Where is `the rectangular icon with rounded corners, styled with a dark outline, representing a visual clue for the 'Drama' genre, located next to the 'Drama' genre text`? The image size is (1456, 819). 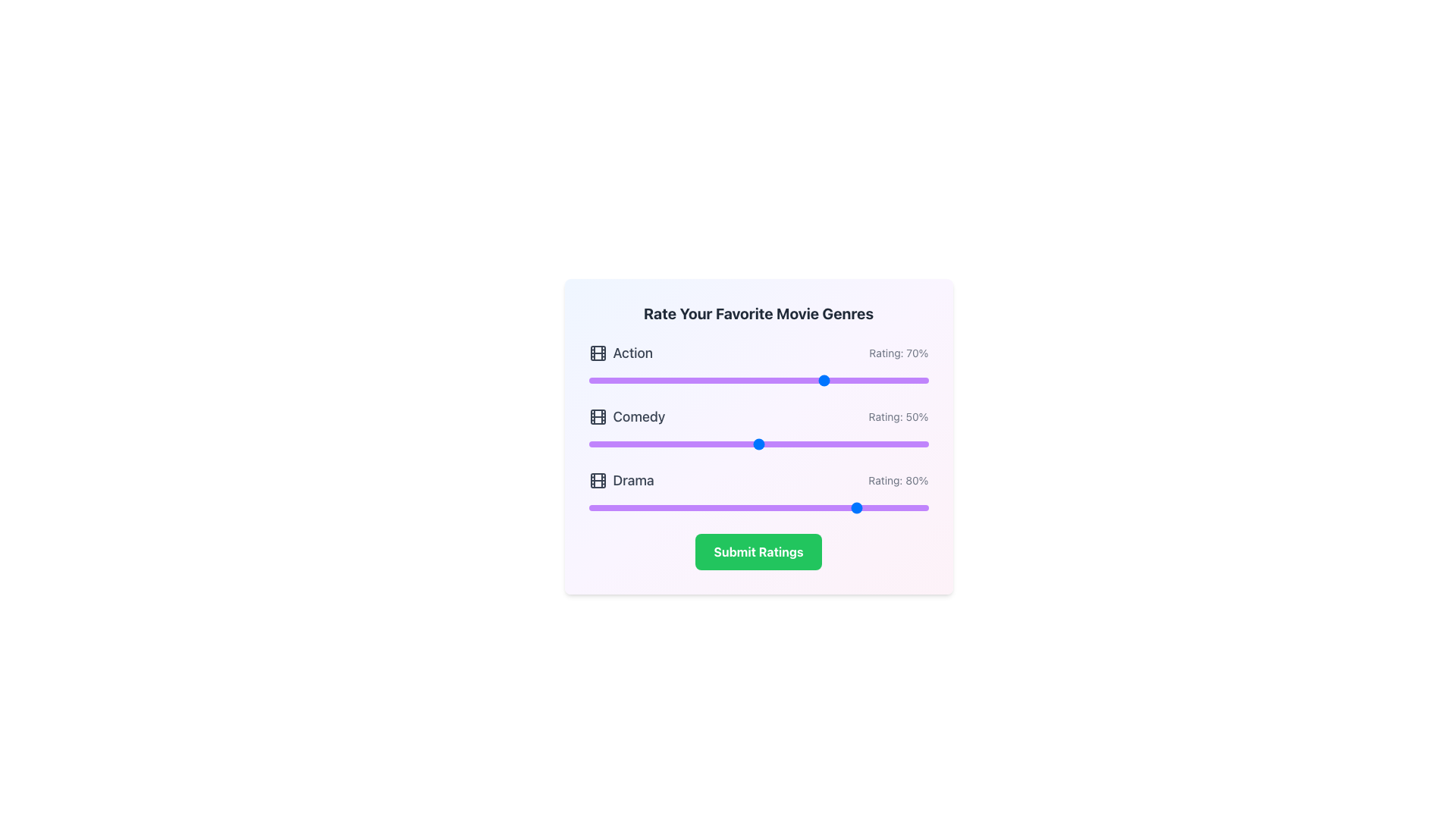
the rectangular icon with rounded corners, styled with a dark outline, representing a visual clue for the 'Drama' genre, located next to the 'Drama' genre text is located at coordinates (597, 480).